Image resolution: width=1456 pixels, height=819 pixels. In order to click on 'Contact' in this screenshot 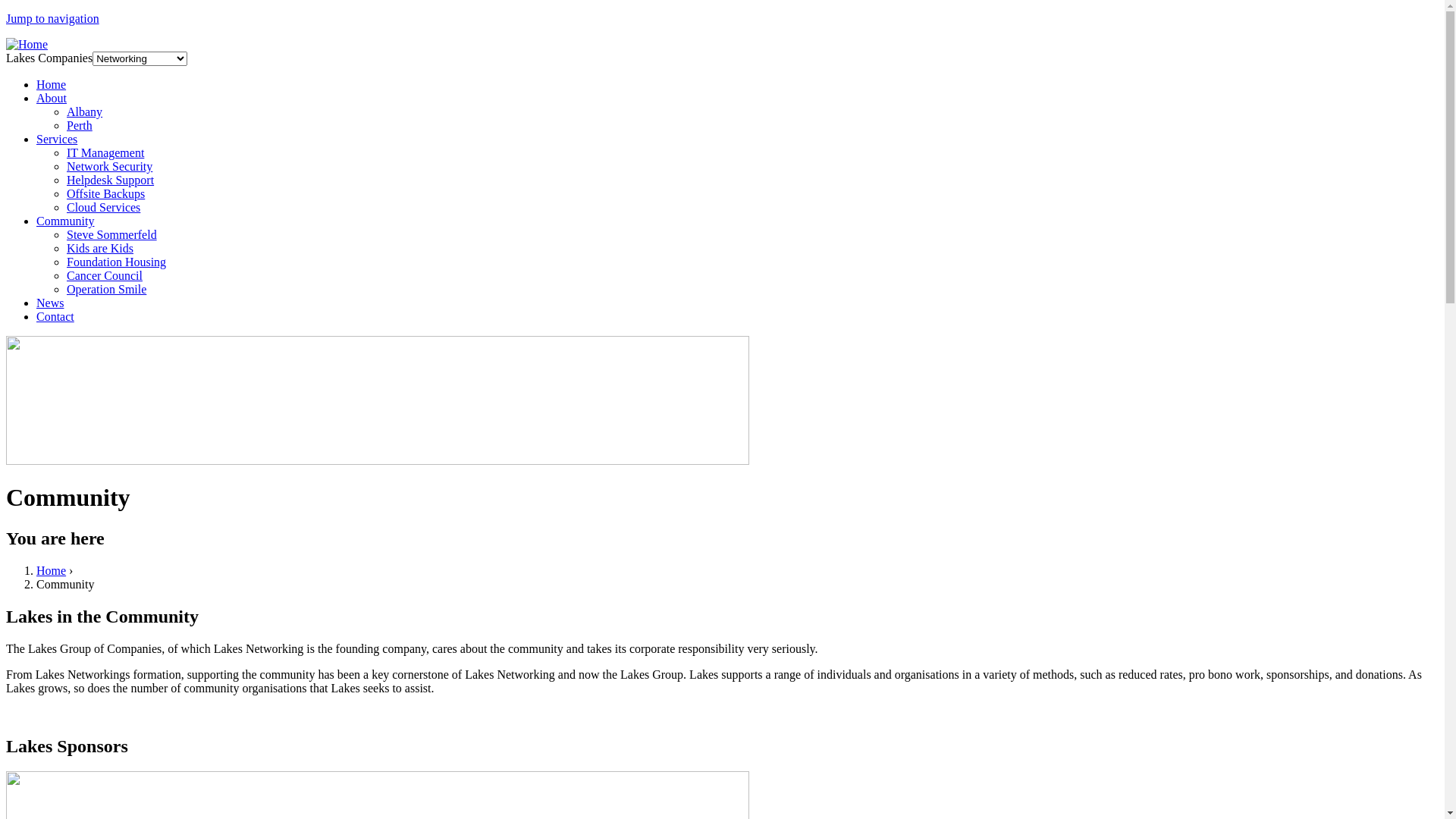, I will do `click(36, 315)`.